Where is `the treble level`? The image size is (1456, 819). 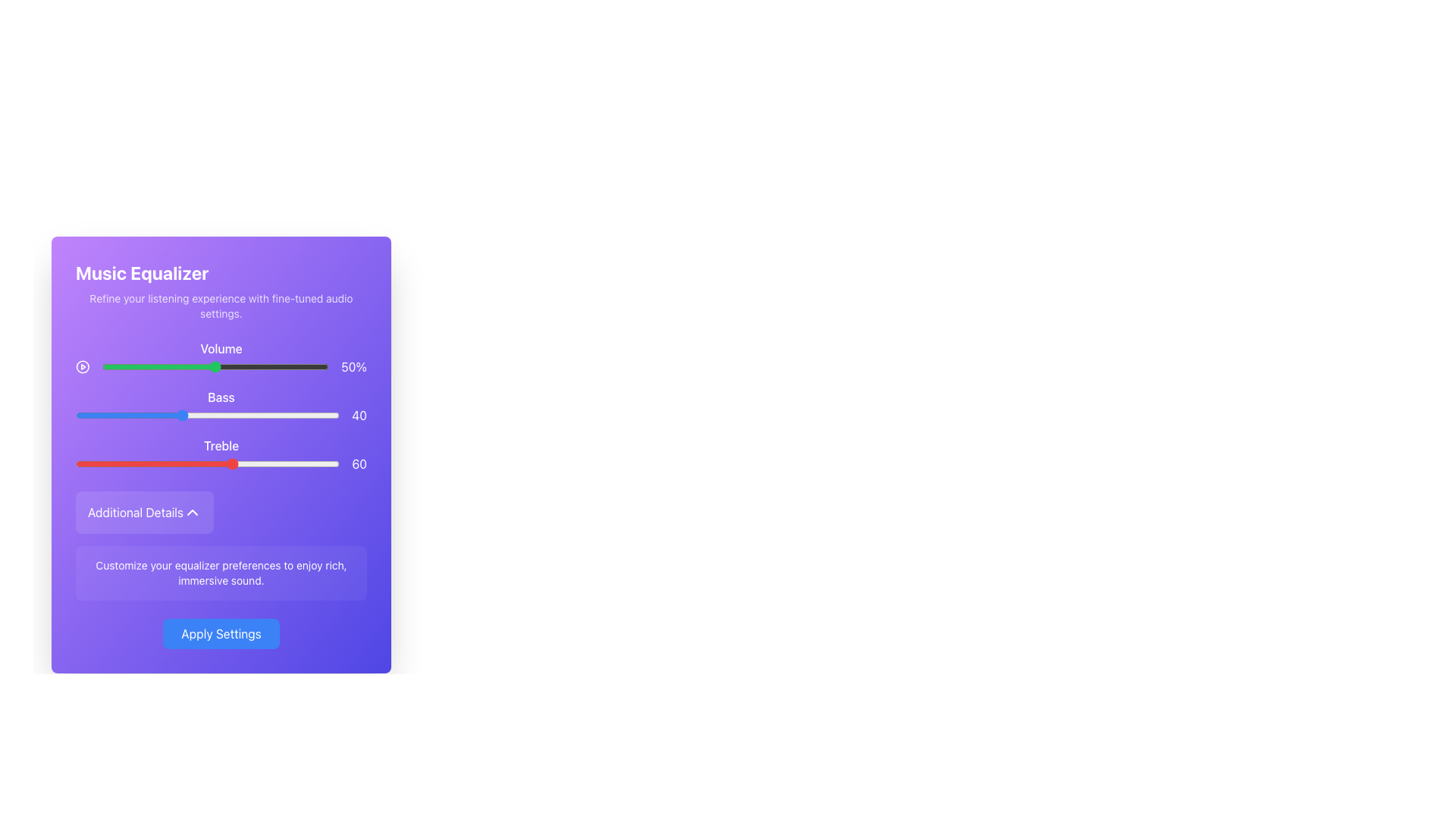
the treble level is located at coordinates (244, 463).